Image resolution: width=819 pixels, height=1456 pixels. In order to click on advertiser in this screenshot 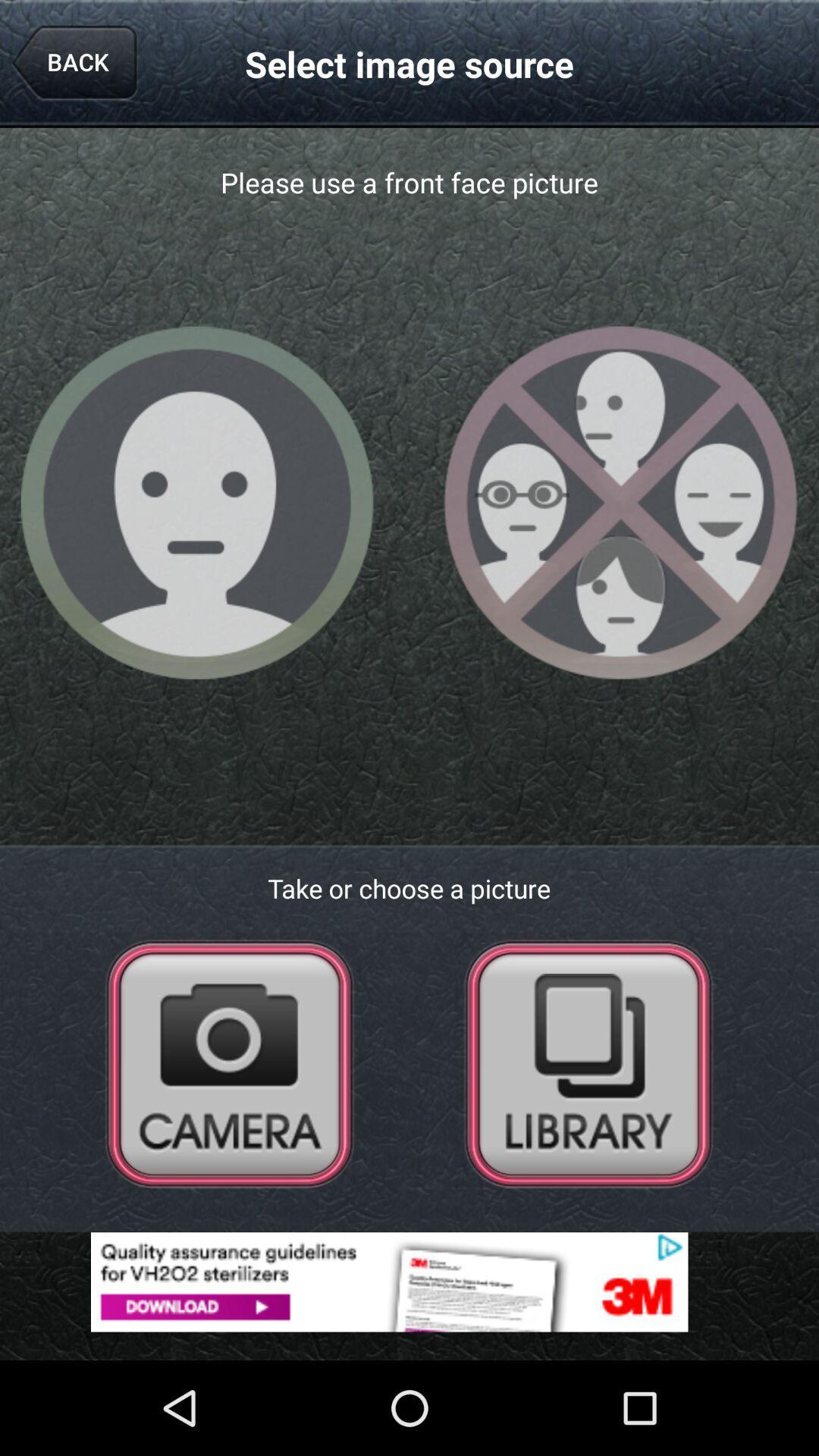, I will do `click(409, 1281)`.